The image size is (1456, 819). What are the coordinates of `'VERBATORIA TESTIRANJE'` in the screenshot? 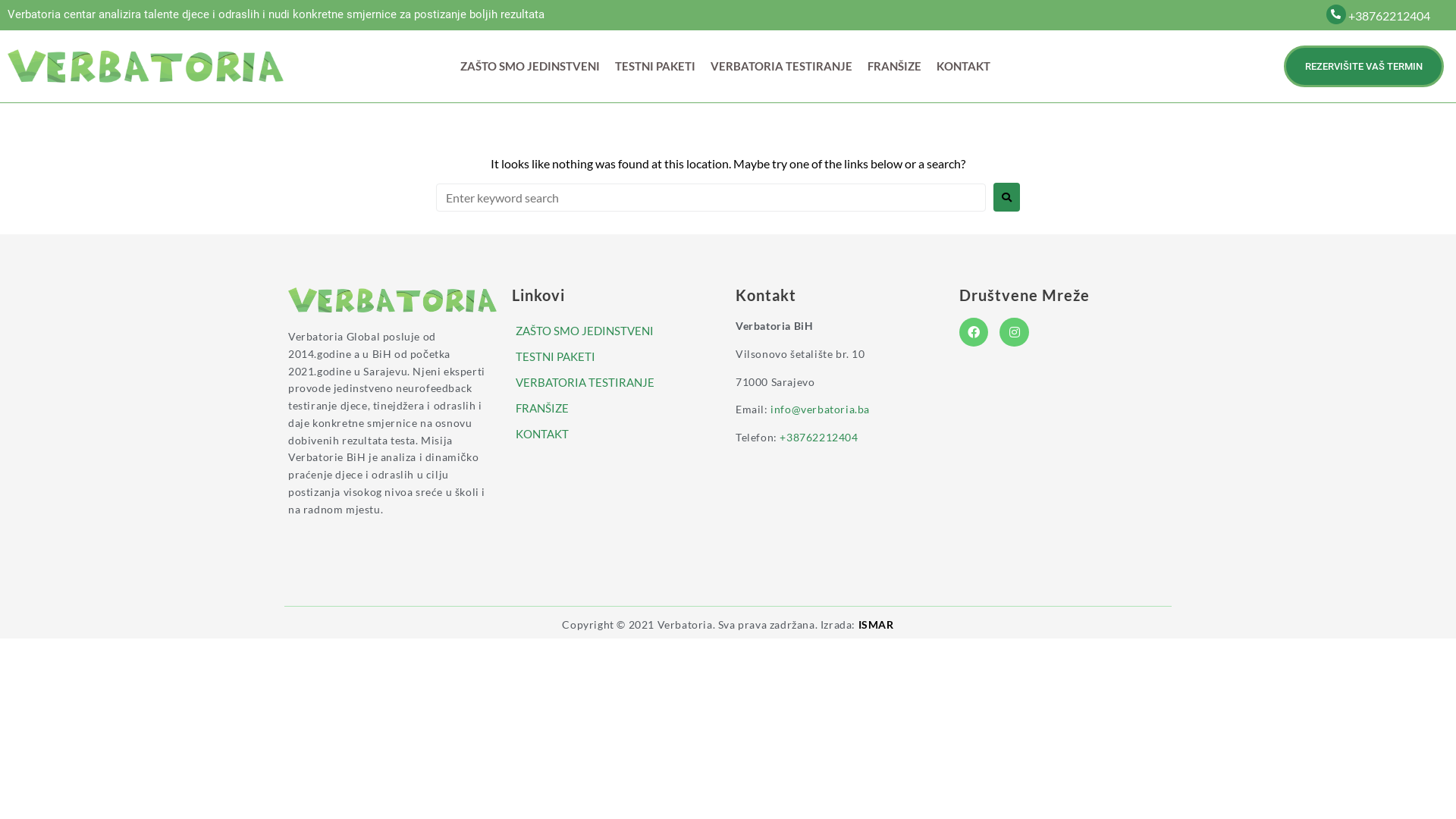 It's located at (612, 381).